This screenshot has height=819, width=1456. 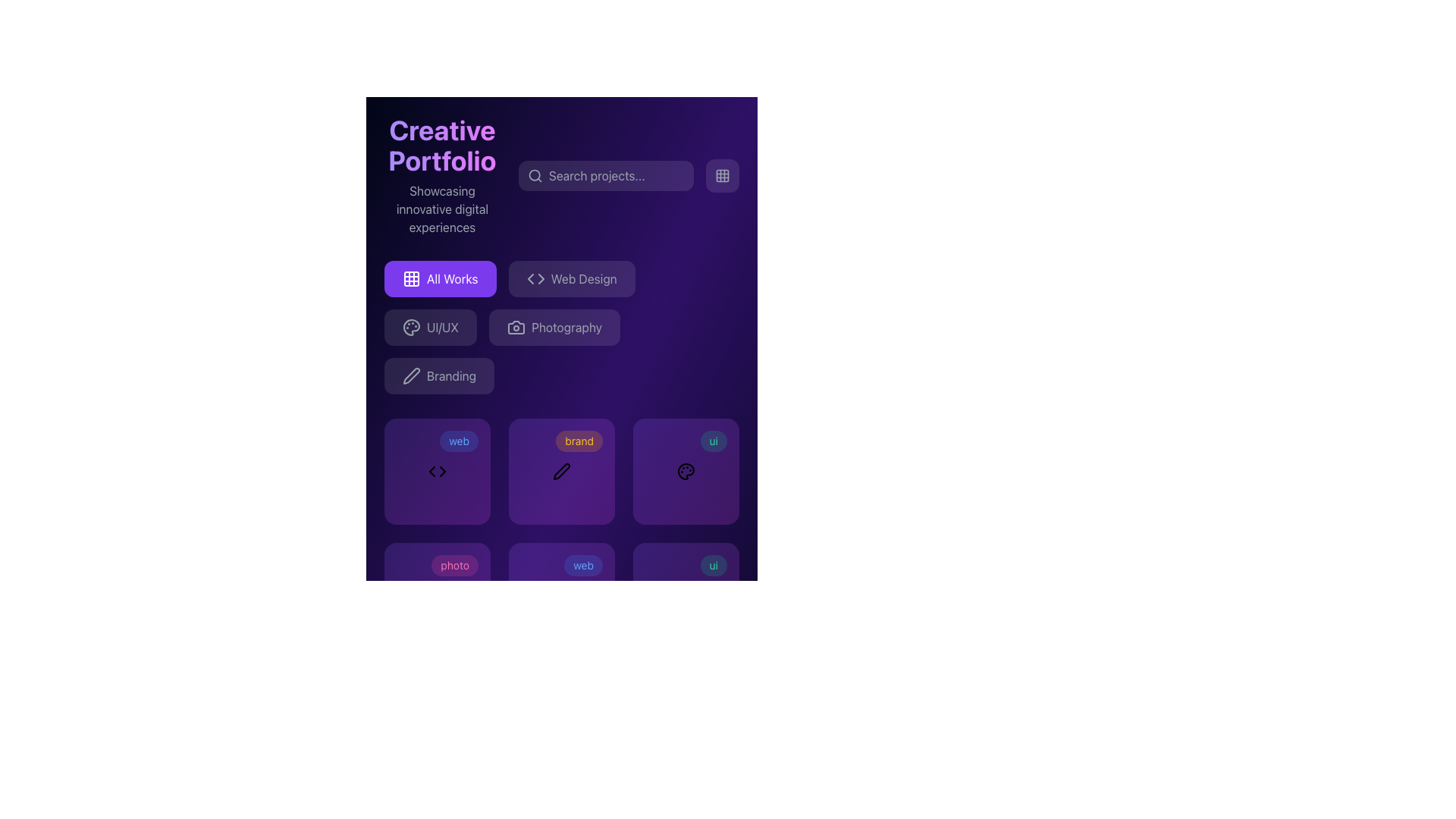 I want to click on the rectangular badge labeled 'brand' with amber text and background, located at the top-right corner of the 'Brand Identity System' card, so click(x=579, y=441).